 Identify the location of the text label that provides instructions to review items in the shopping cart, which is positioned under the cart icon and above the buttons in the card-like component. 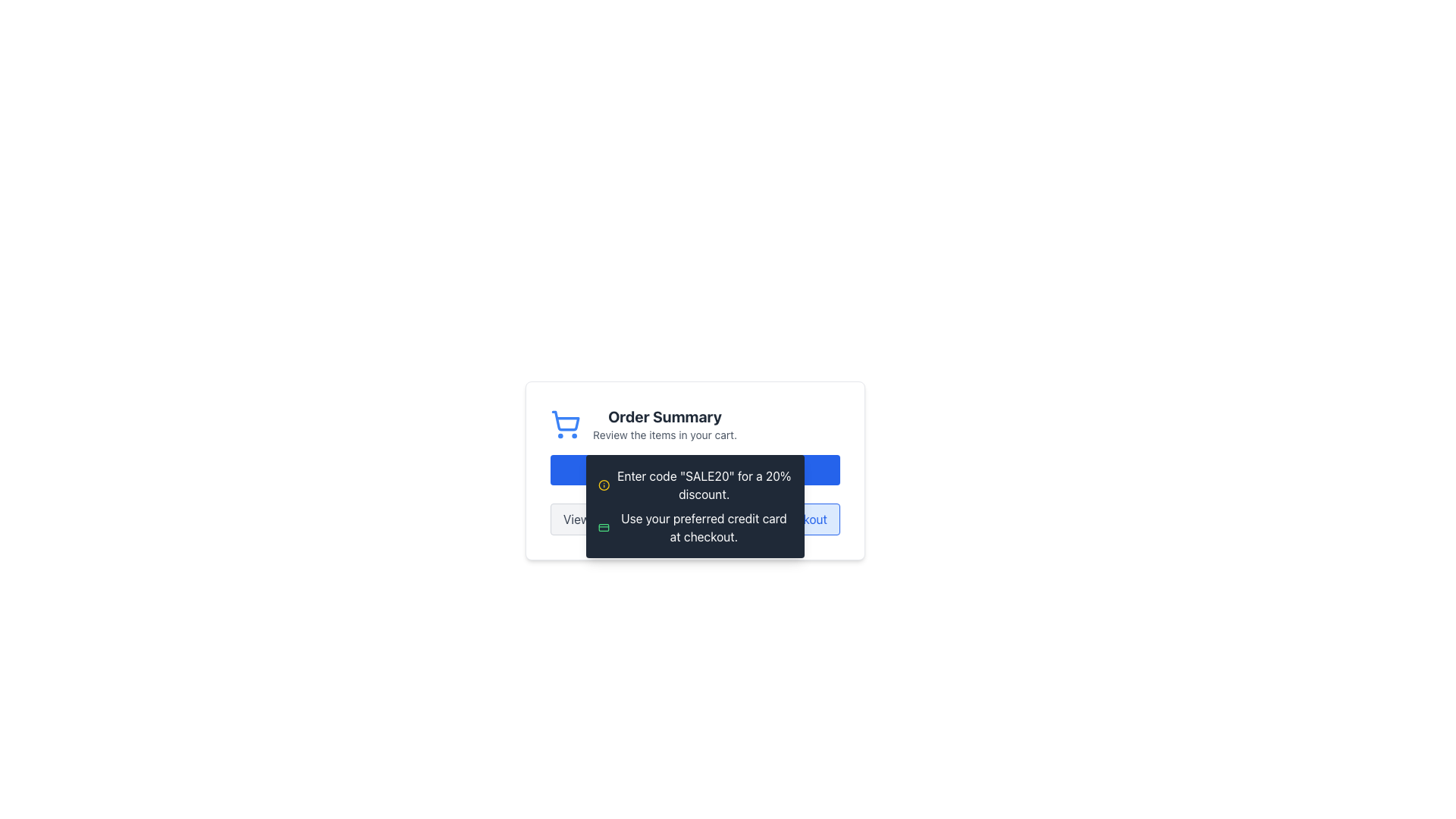
(665, 435).